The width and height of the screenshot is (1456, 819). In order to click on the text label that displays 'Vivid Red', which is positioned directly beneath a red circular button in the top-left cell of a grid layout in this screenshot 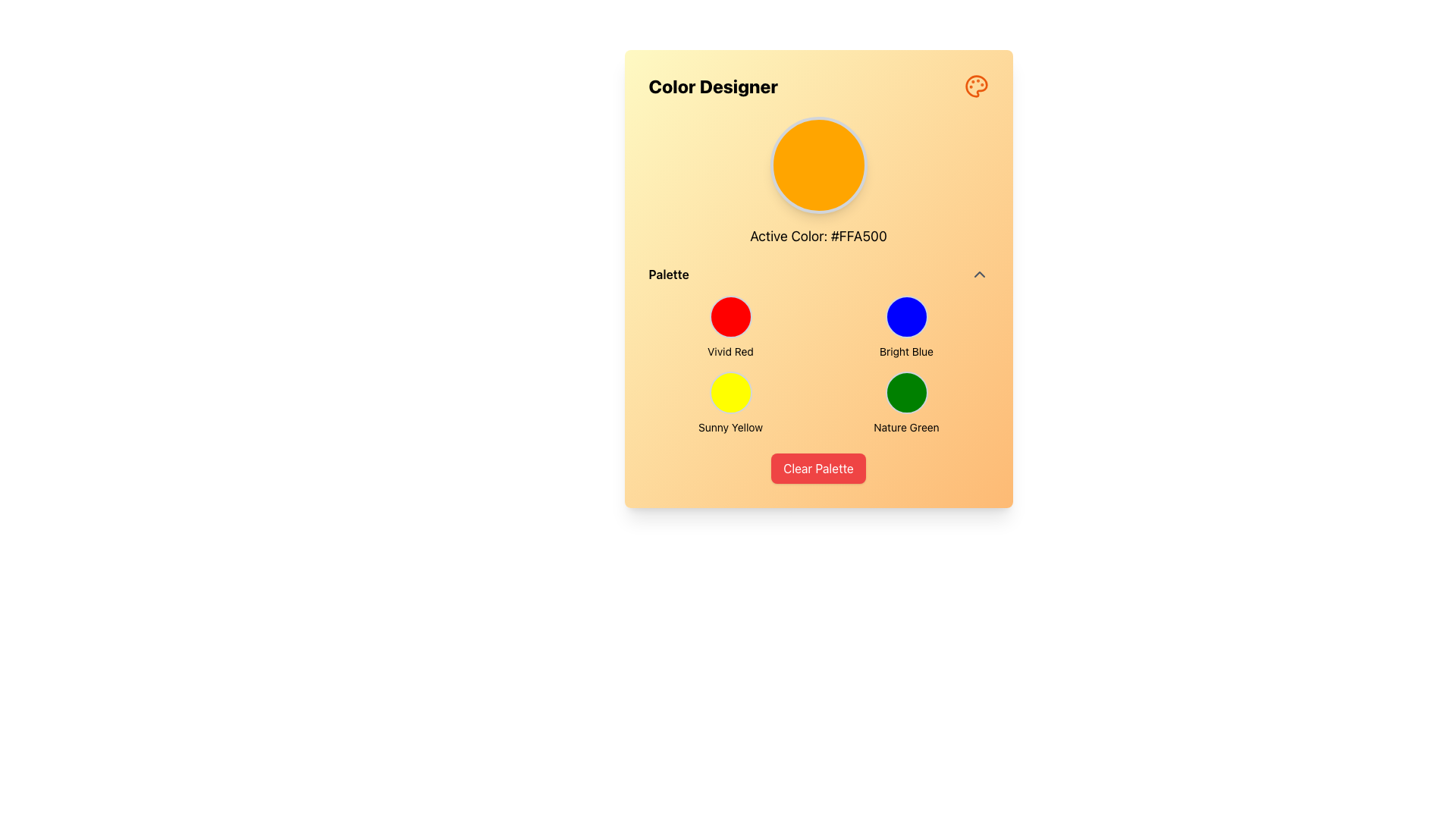, I will do `click(730, 351)`.